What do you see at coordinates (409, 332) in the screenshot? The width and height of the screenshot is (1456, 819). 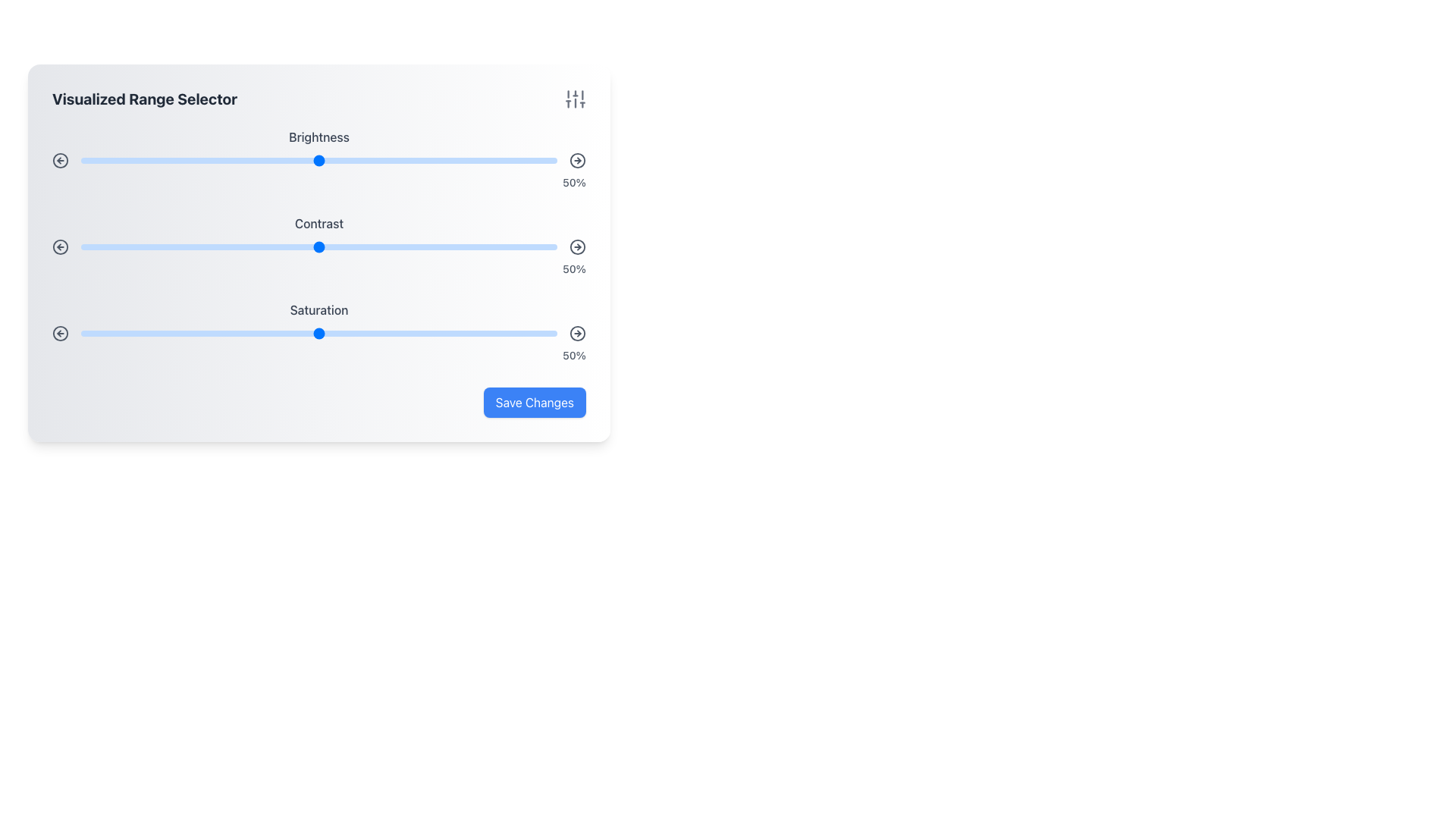 I see `the saturation level` at bounding box center [409, 332].